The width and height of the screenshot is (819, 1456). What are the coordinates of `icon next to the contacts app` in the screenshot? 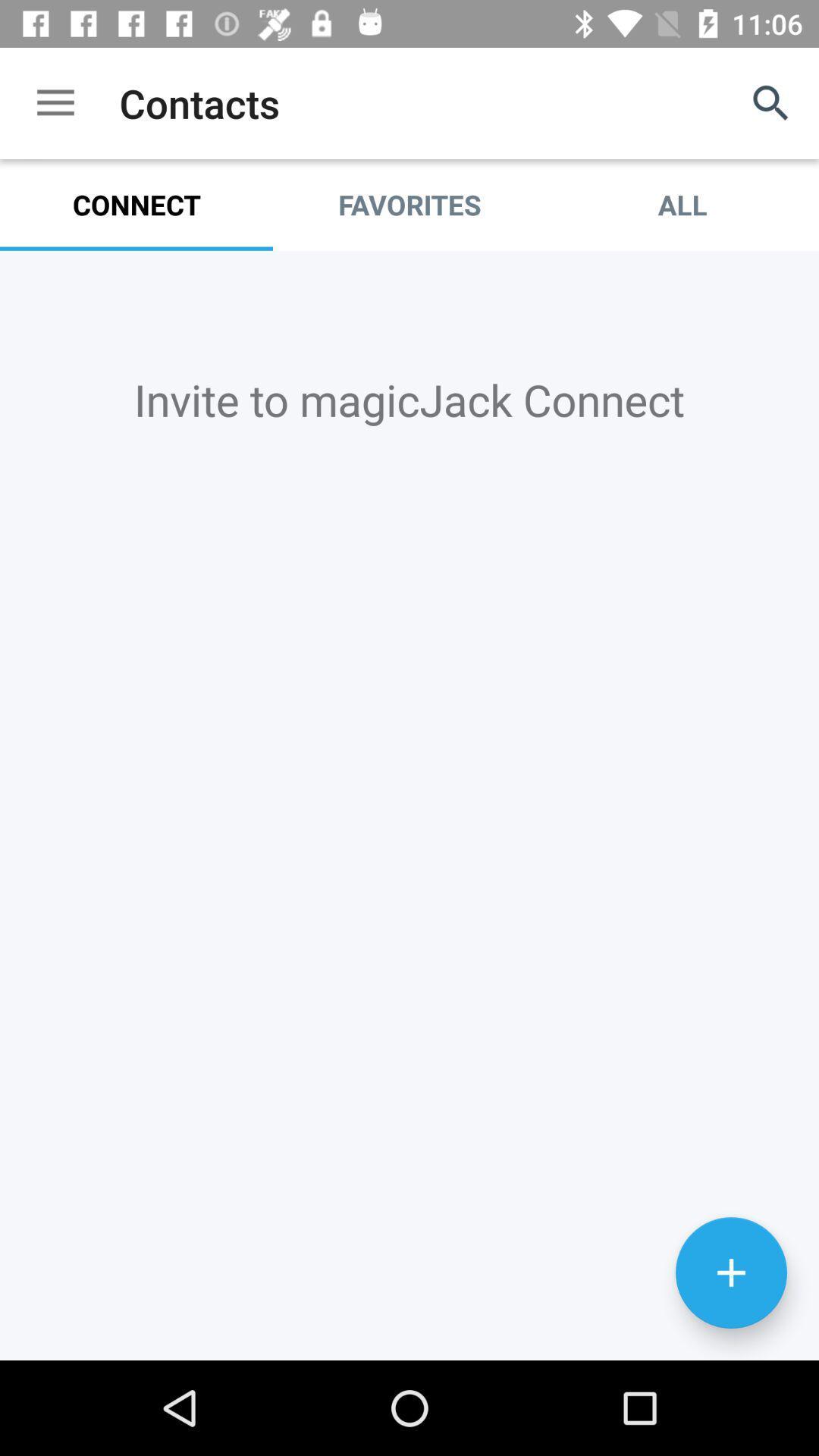 It's located at (55, 102).